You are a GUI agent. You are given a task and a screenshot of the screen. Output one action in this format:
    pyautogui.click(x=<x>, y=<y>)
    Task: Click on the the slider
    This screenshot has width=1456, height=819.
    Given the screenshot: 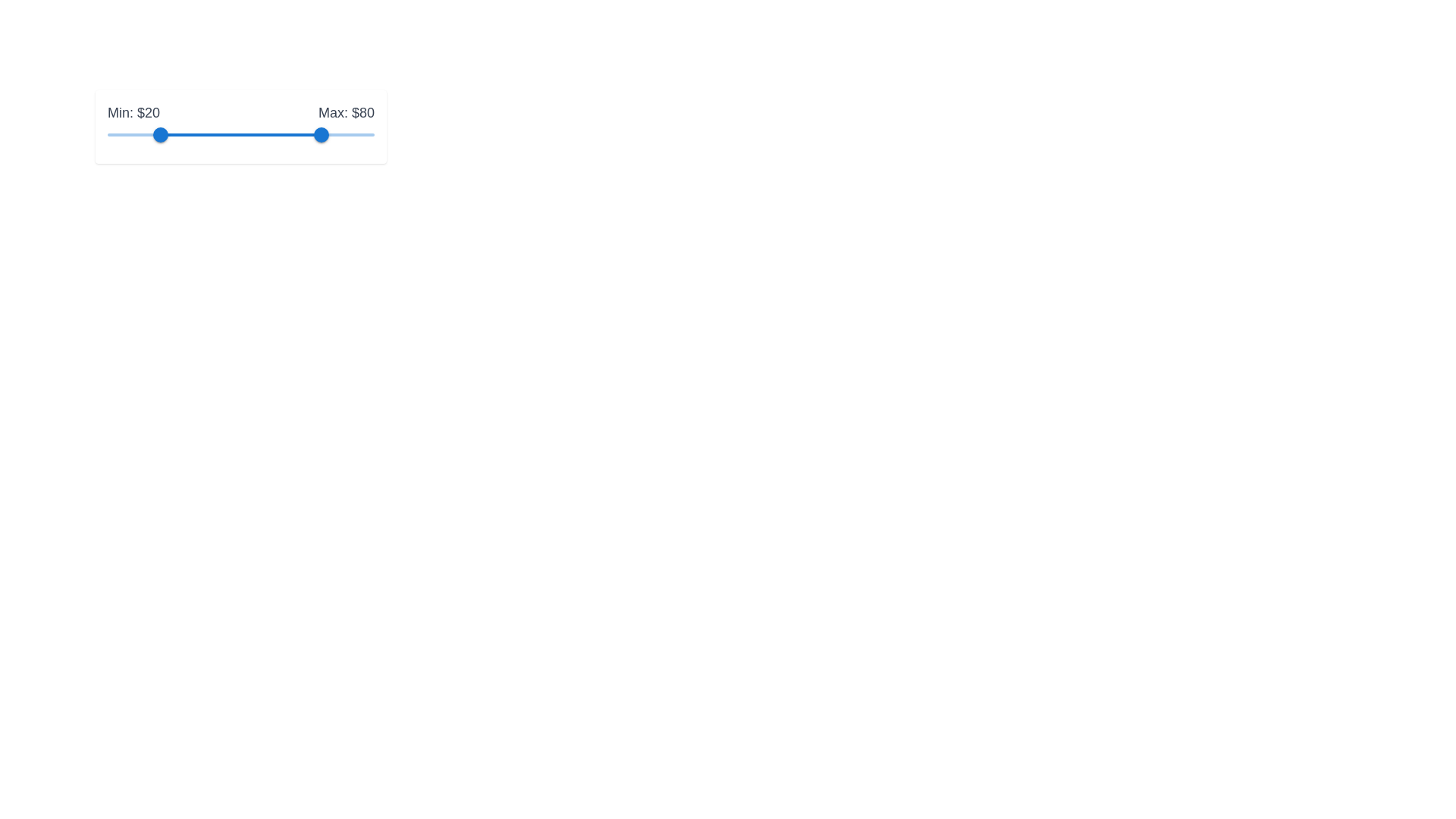 What is the action you would take?
    pyautogui.click(x=273, y=133)
    